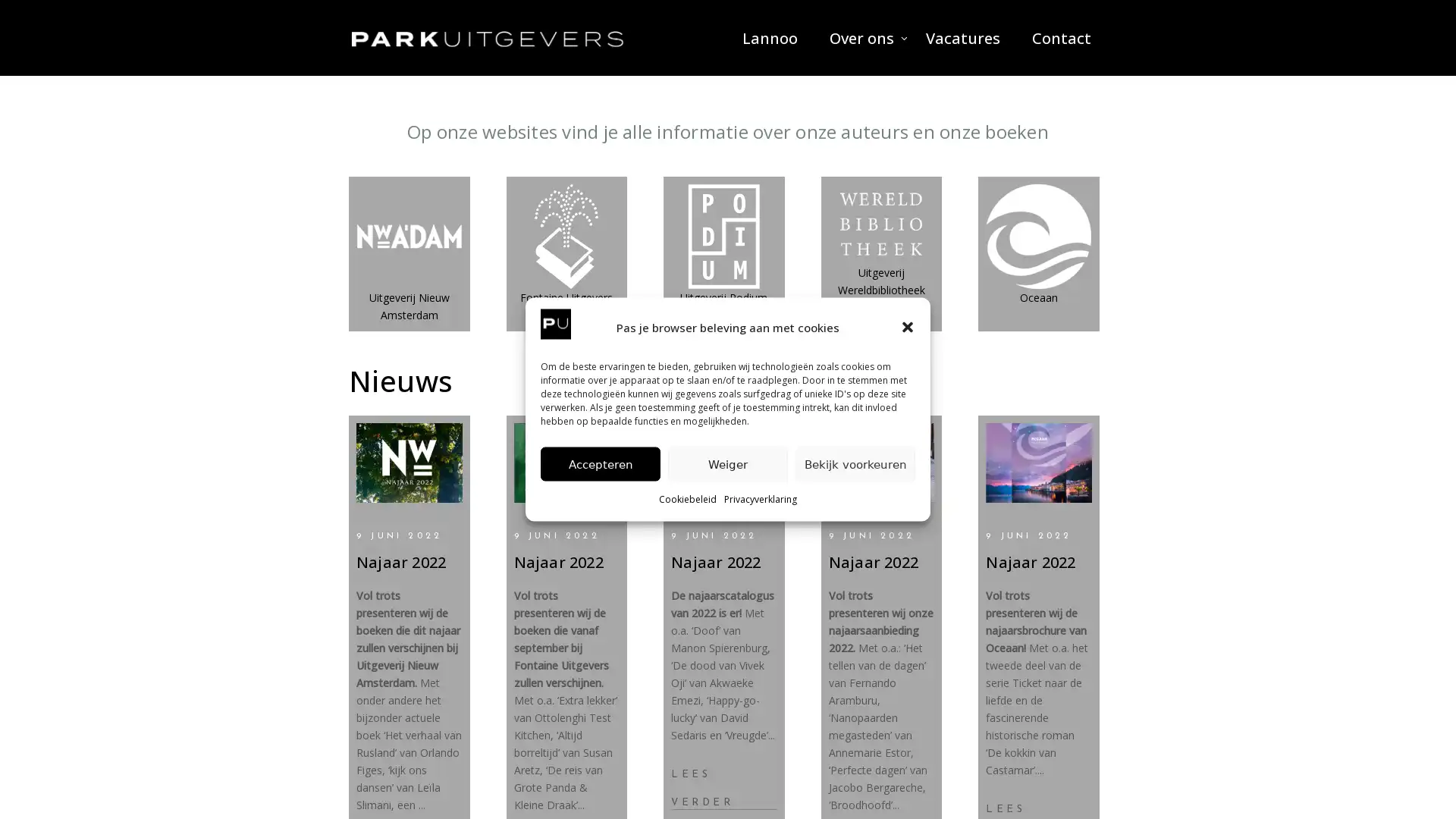 The image size is (1456, 819). What do you see at coordinates (600, 463) in the screenshot?
I see `Accepteren` at bounding box center [600, 463].